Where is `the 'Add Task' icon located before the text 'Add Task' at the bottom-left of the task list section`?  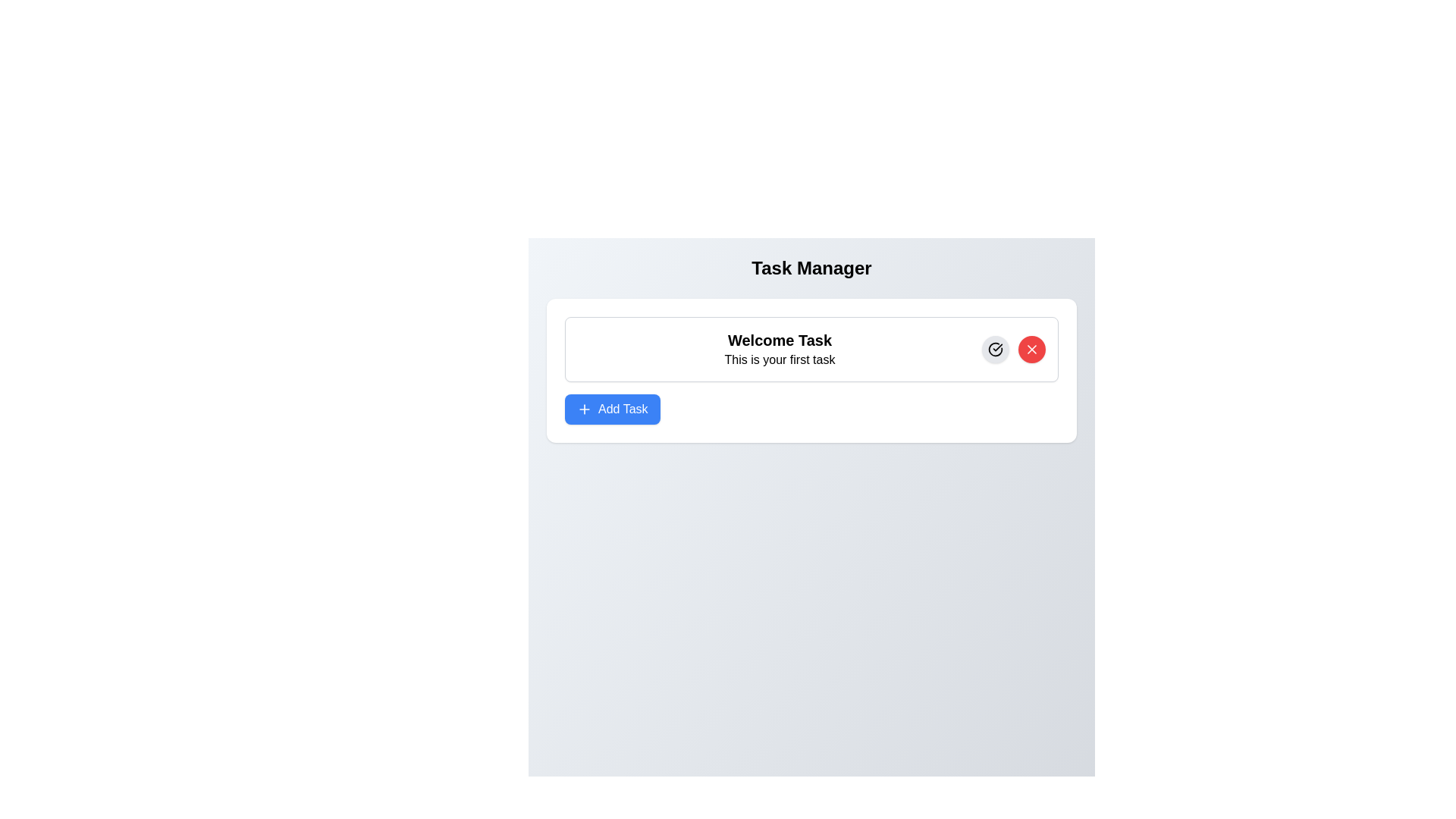 the 'Add Task' icon located before the text 'Add Task' at the bottom-left of the task list section is located at coordinates (584, 409).